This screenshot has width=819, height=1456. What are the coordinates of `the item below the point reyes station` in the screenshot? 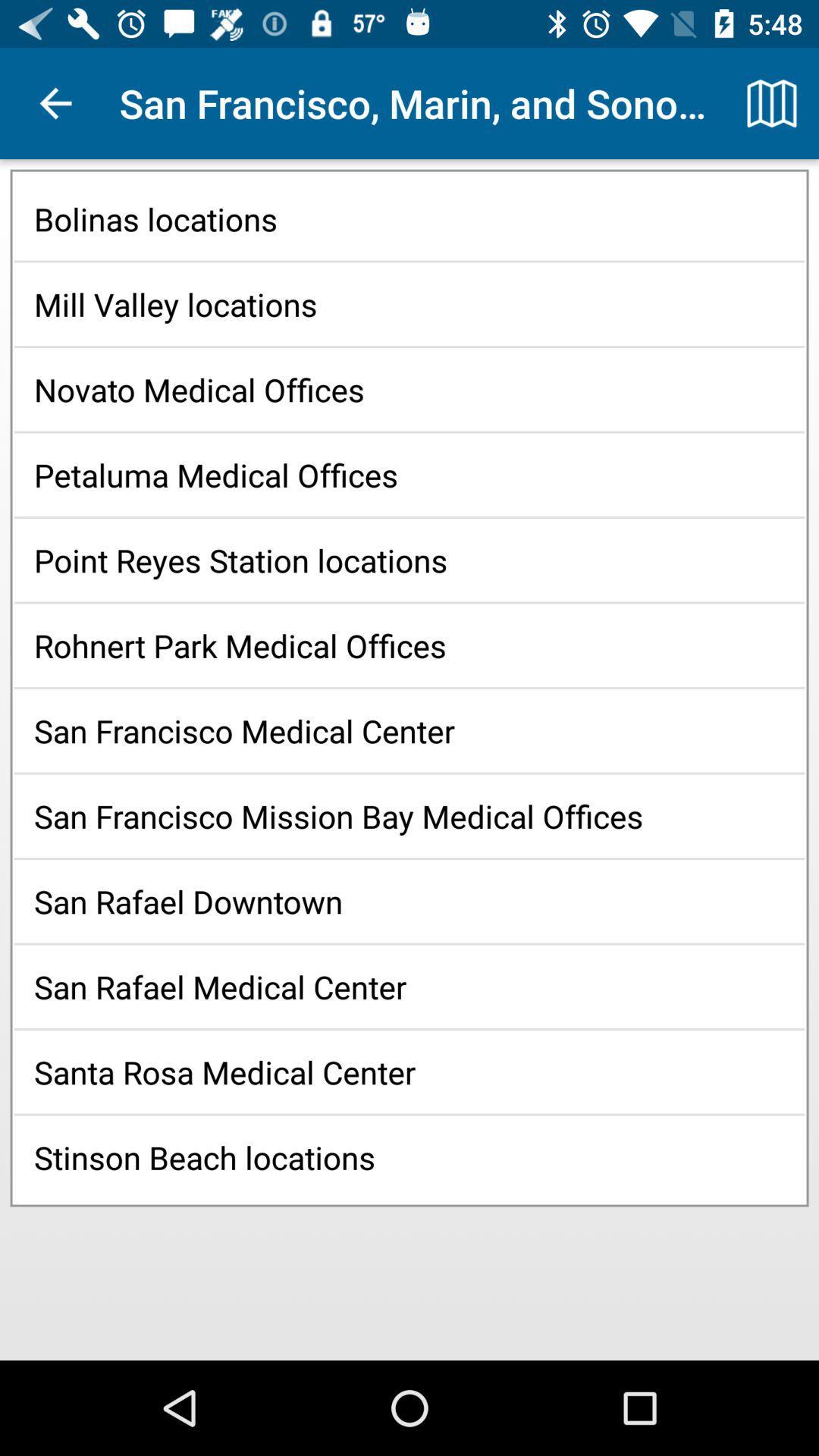 It's located at (409, 645).